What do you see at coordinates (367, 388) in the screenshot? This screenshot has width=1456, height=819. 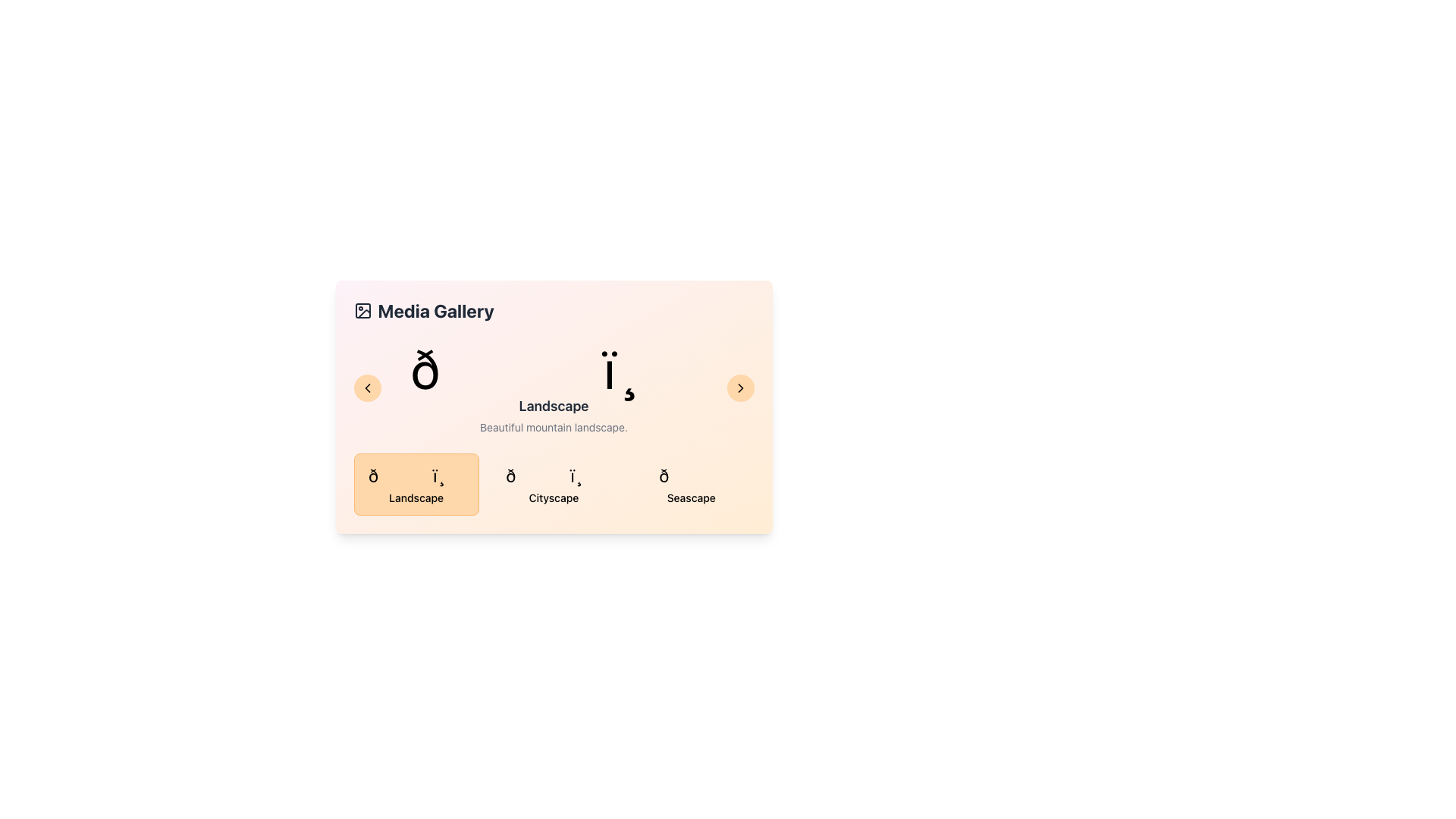 I see `the left-pointing chevron icon, which is part of the navigation section in the UI` at bounding box center [367, 388].